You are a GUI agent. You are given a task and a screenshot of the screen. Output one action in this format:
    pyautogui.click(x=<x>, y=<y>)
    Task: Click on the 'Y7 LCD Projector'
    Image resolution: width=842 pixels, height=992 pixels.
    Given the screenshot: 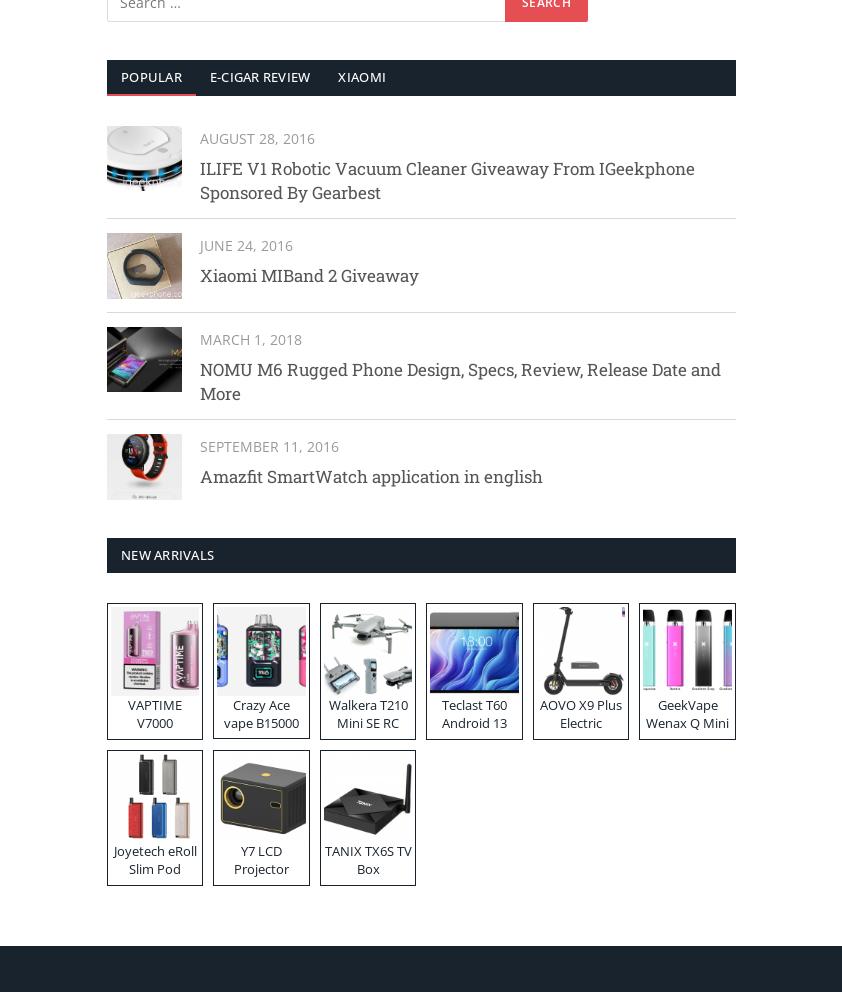 What is the action you would take?
    pyautogui.click(x=261, y=858)
    